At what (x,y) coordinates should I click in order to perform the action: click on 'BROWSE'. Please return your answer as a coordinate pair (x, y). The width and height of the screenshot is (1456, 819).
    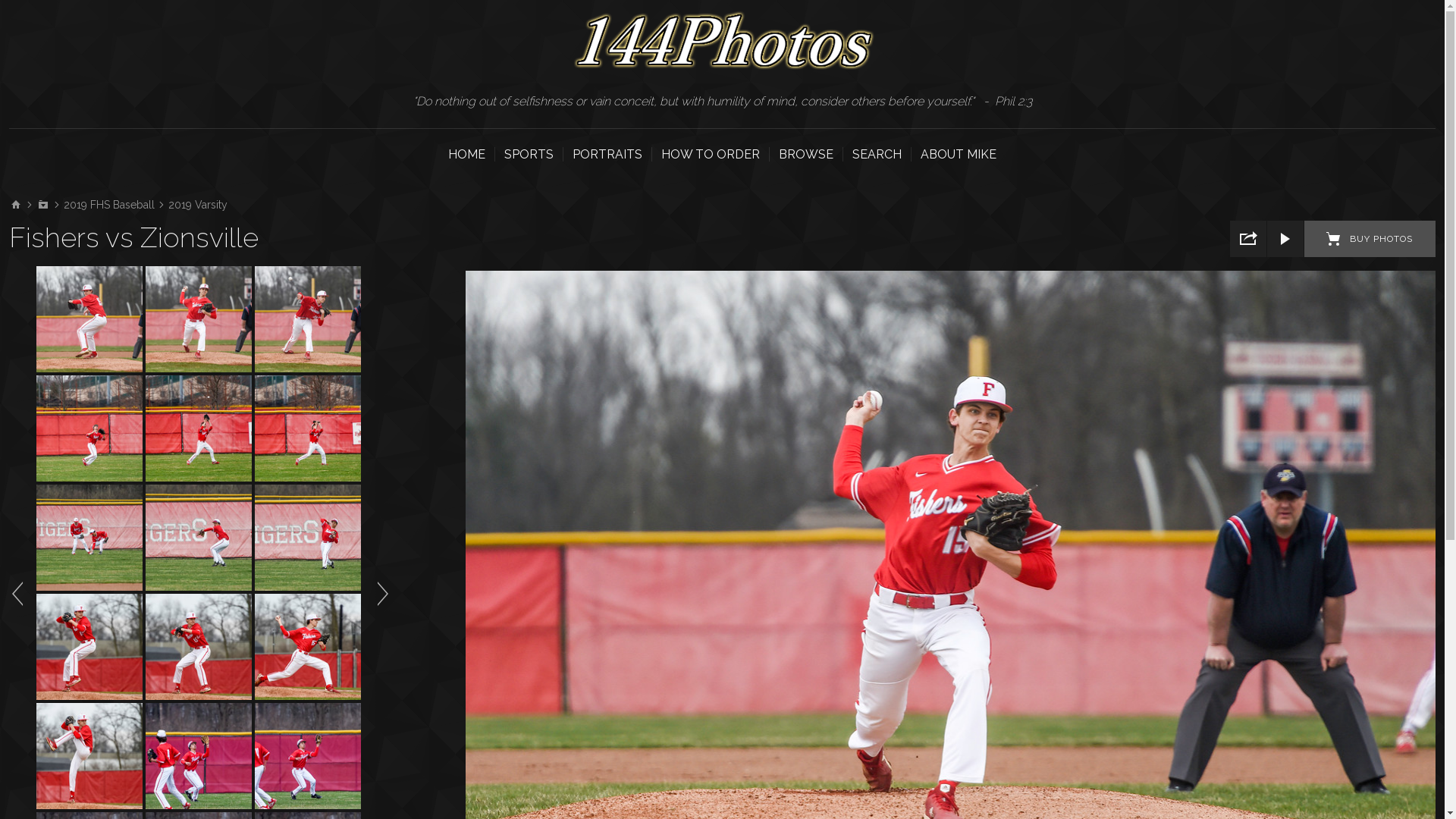
    Looking at the image, I should click on (805, 154).